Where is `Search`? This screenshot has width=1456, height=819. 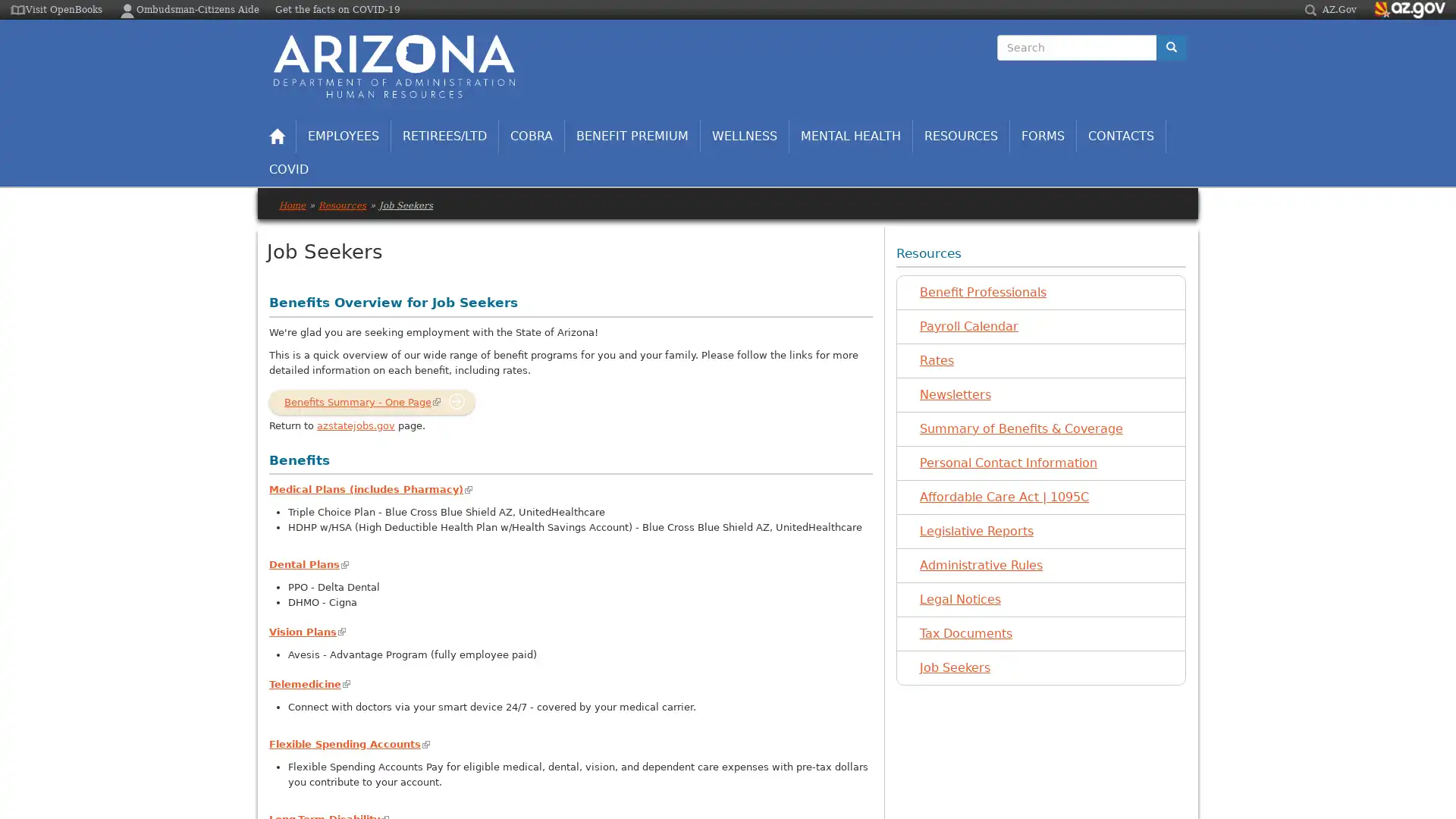 Search is located at coordinates (997, 61).